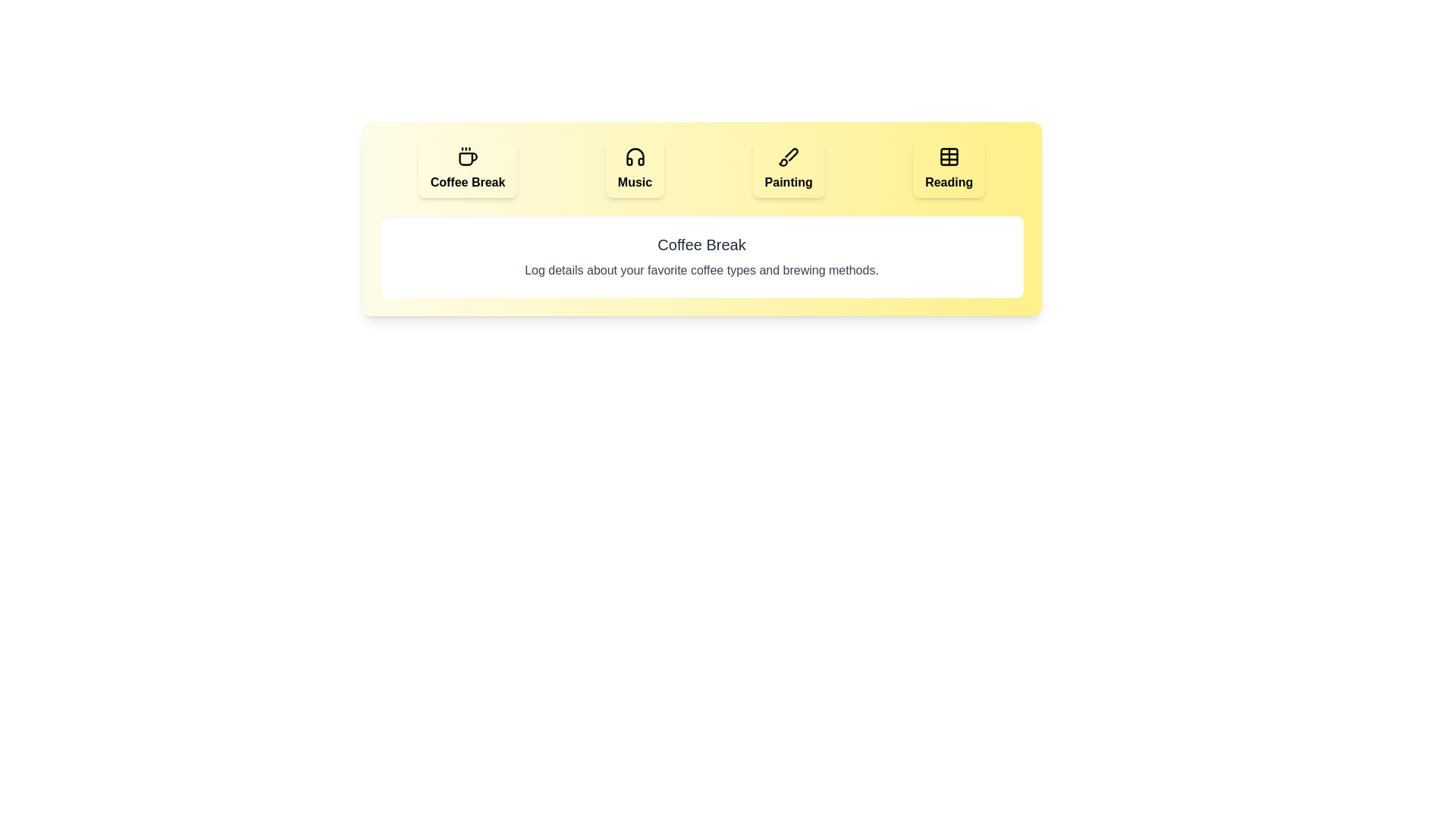 This screenshot has width=1456, height=819. I want to click on the table icon located within the 'Reading' button, so click(948, 157).